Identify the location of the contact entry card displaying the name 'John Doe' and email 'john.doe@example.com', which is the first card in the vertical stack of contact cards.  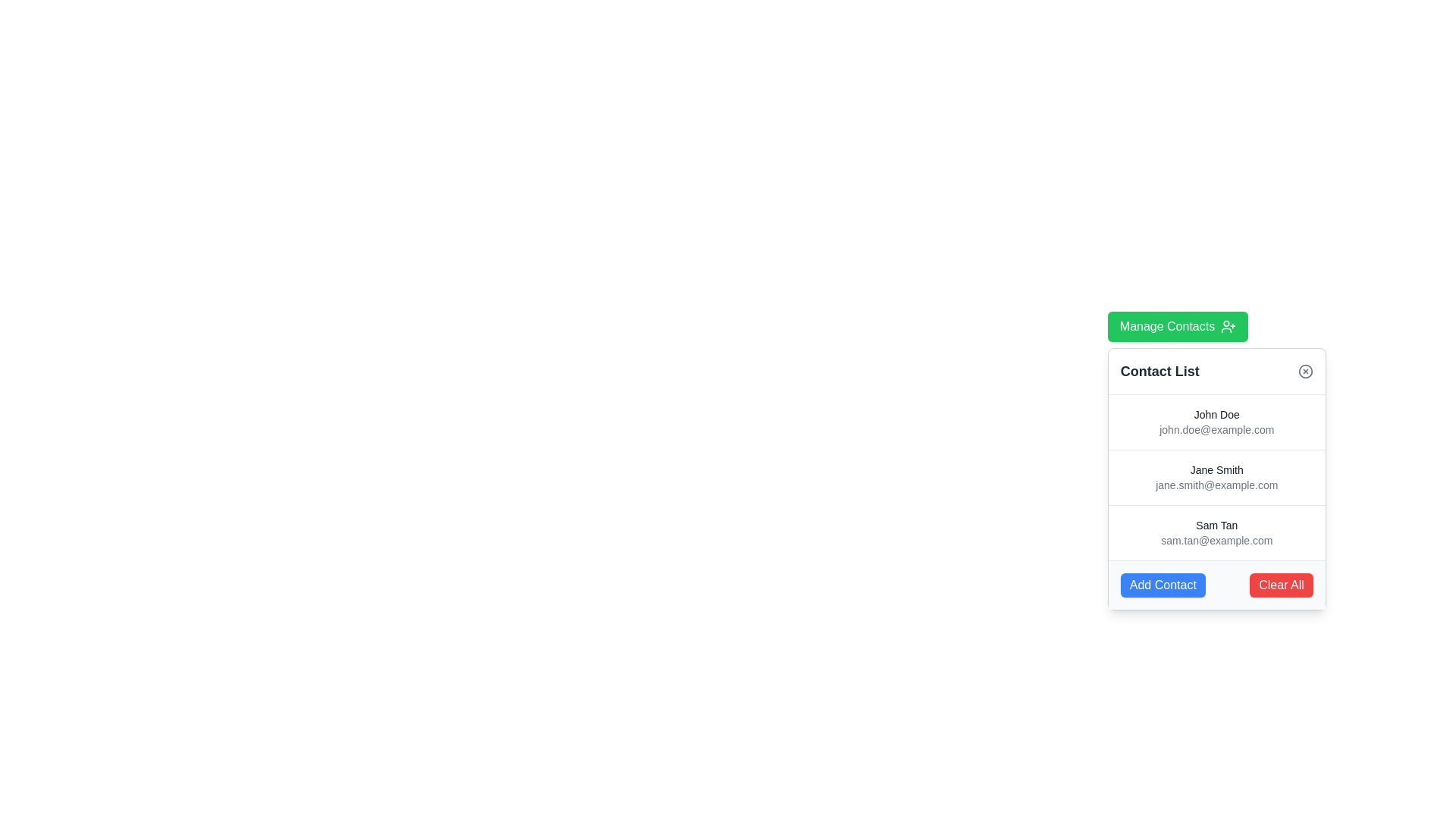
(1216, 422).